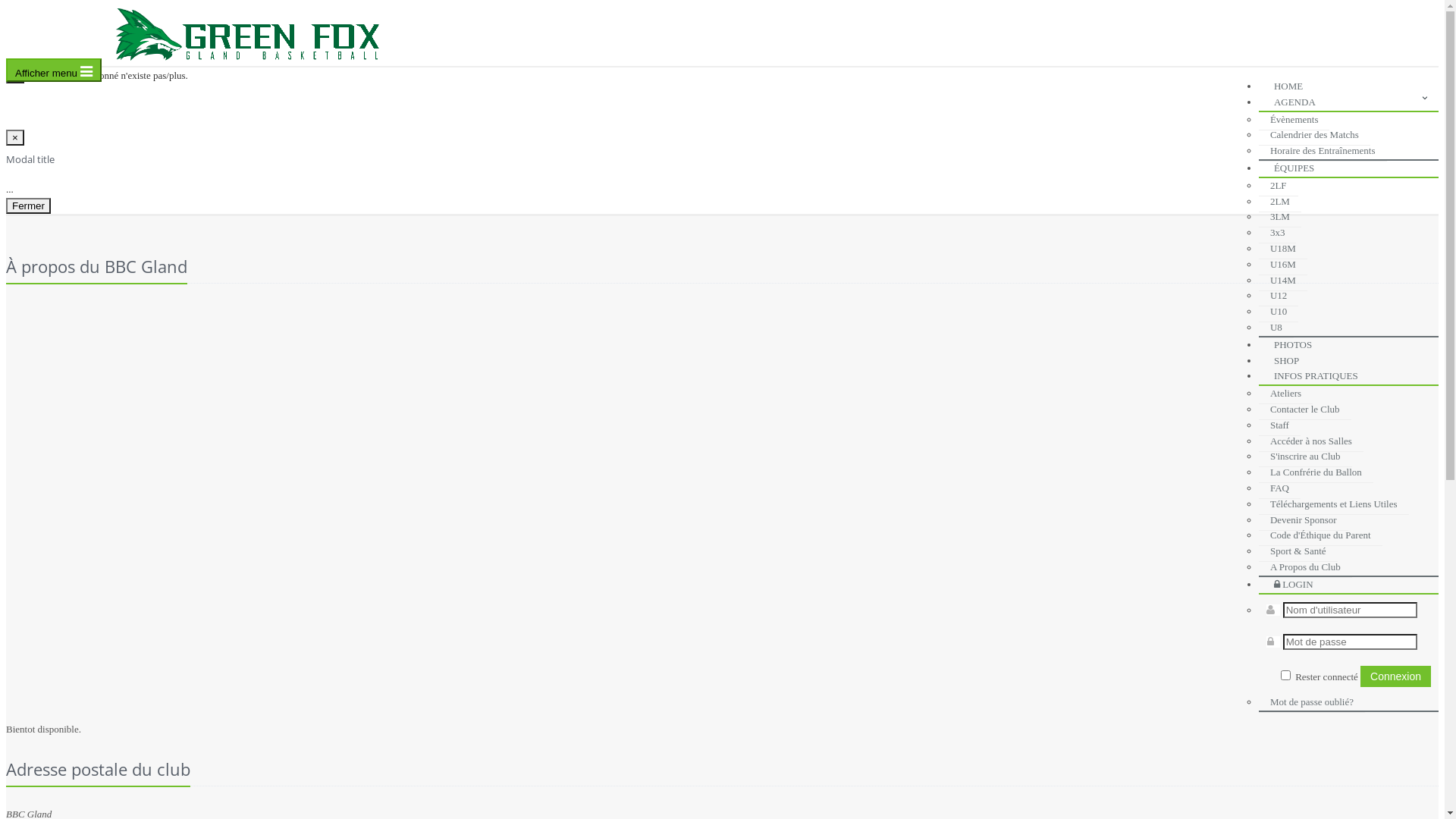 The height and width of the screenshot is (819, 1456). What do you see at coordinates (1289, 359) in the screenshot?
I see `'SHOP'` at bounding box center [1289, 359].